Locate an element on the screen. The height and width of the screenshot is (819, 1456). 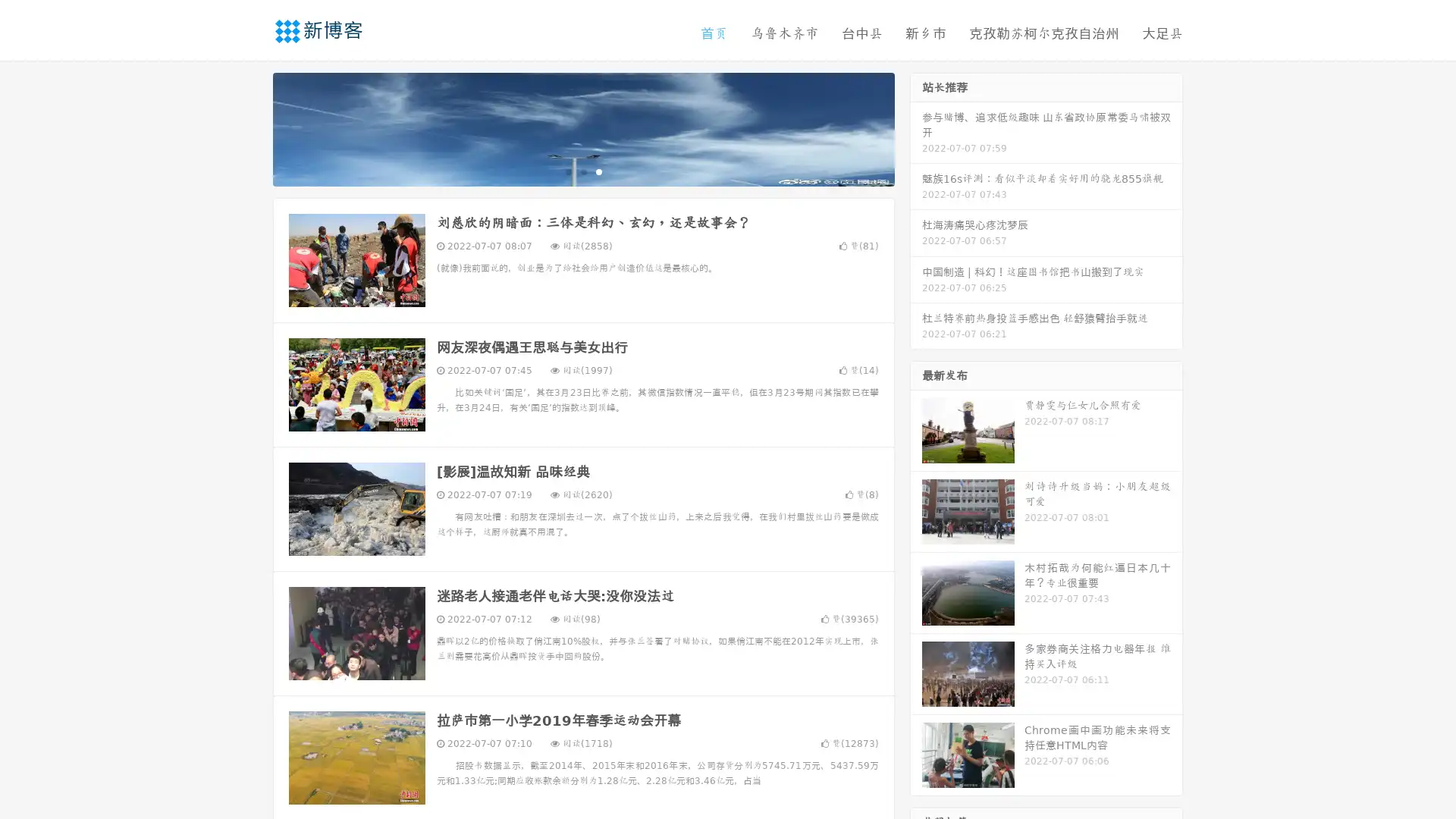
Go to slide 2 is located at coordinates (582, 171).